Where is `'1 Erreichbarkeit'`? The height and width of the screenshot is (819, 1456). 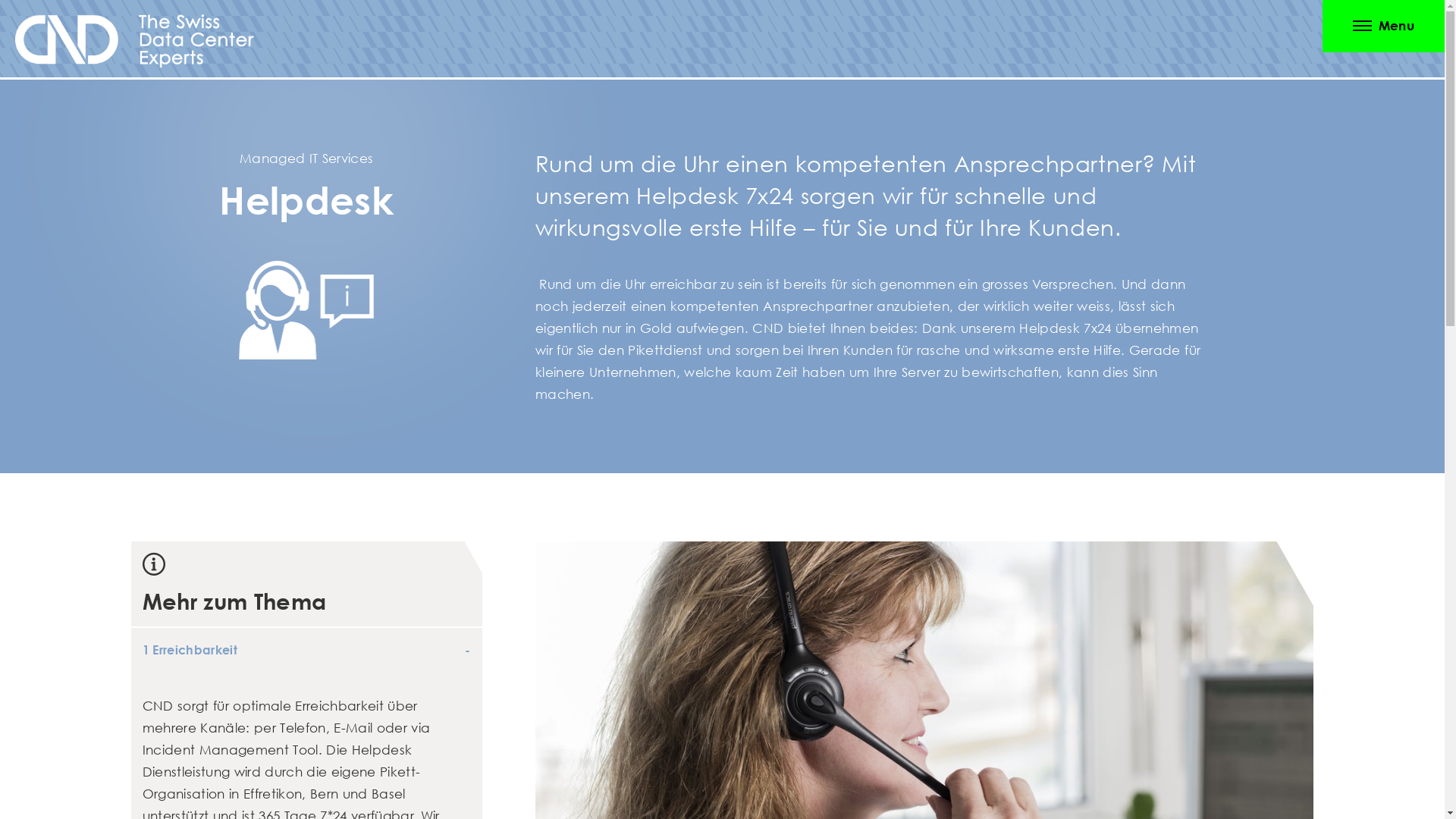
'1 Erreichbarkeit' is located at coordinates (305, 649).